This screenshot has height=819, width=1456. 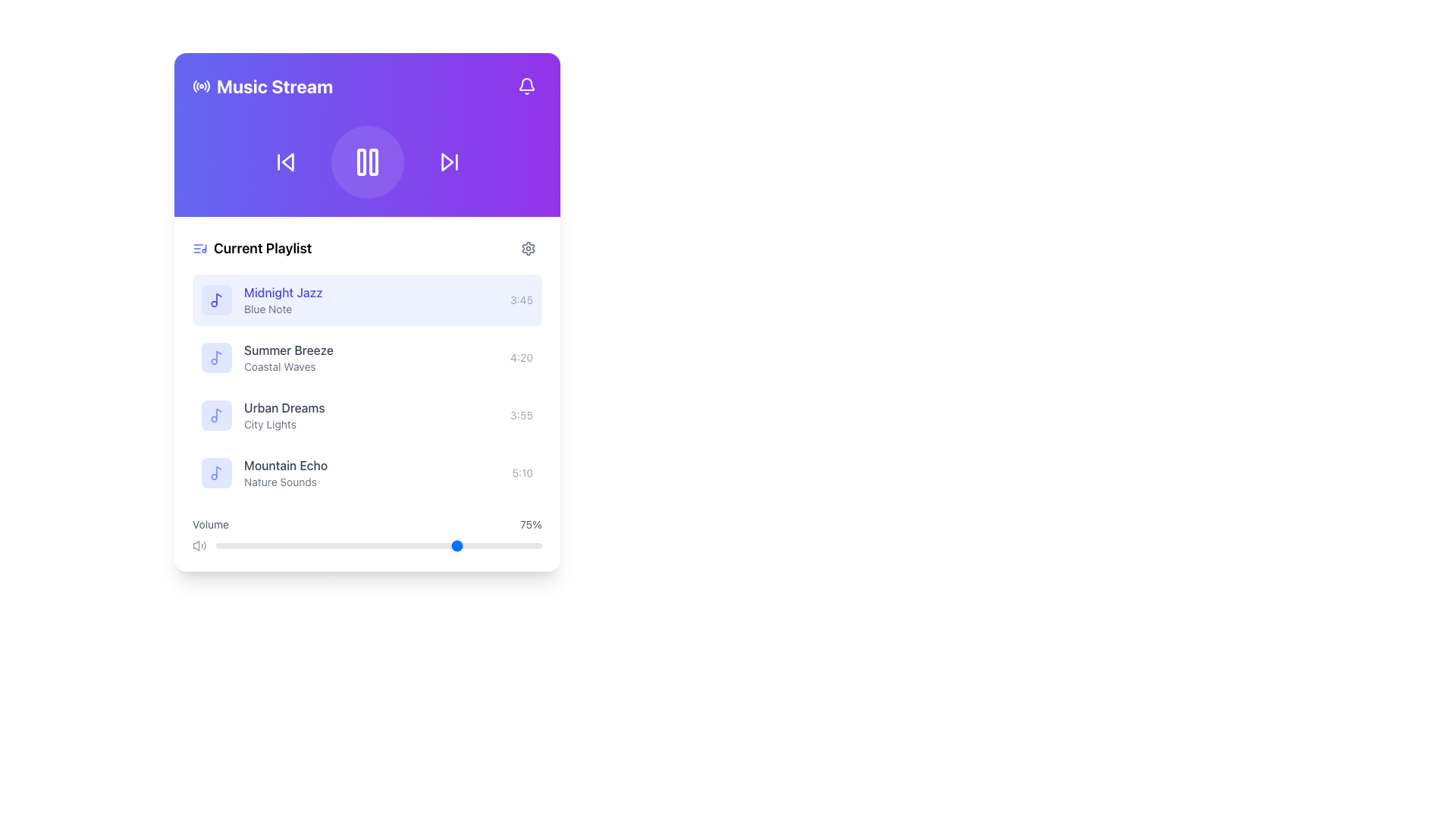 I want to click on the icon representing the music track 'Summer Breeze' located to the left of the list entry with the subtitle 'Coastal Waves' and duration '4:20', so click(x=216, y=357).